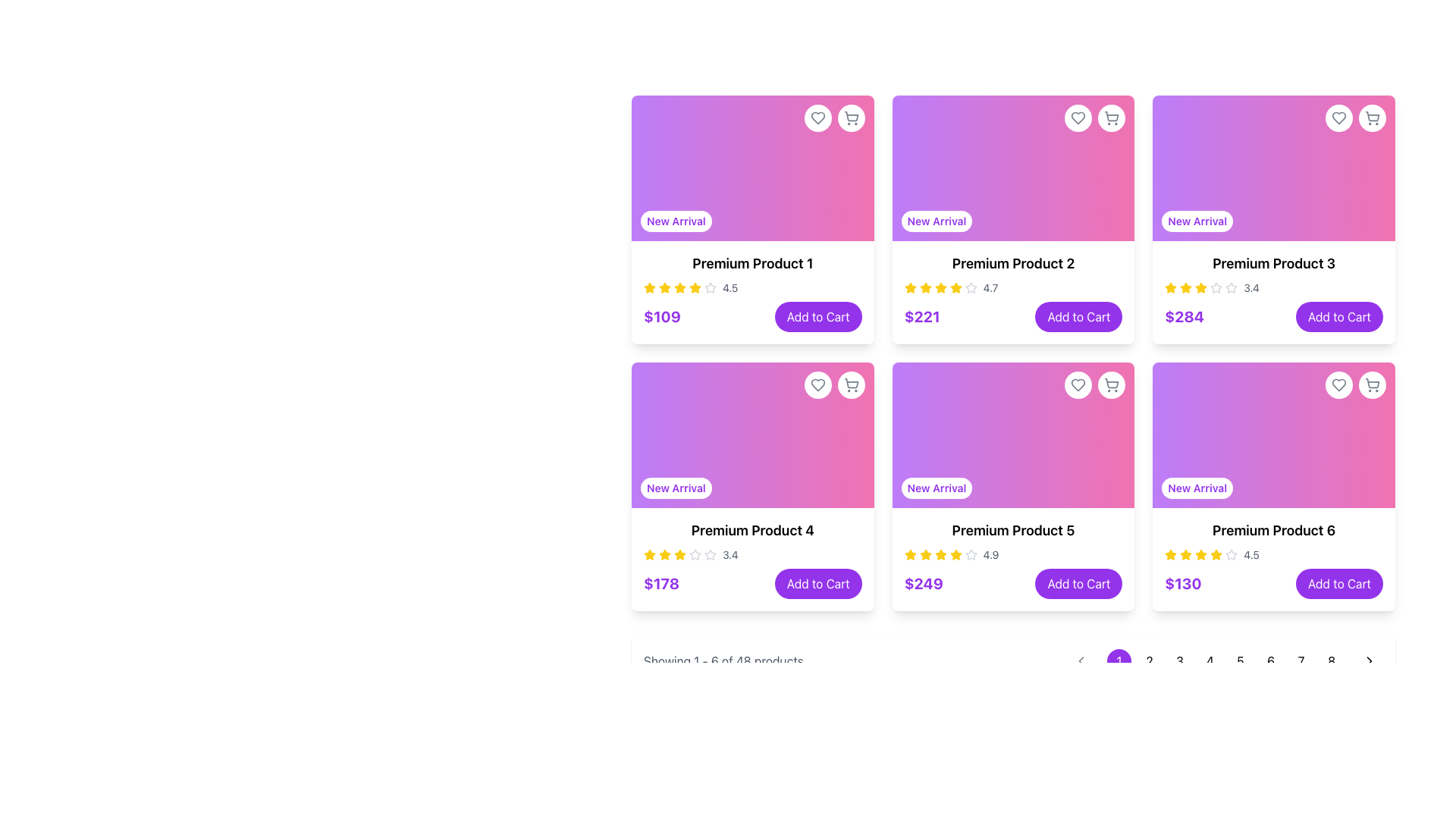 This screenshot has height=819, width=1456. What do you see at coordinates (924, 287) in the screenshot?
I see `position of the second yellow star icon used for rating in the rating system of 'Premium Product 2', relative to the other stars` at bounding box center [924, 287].